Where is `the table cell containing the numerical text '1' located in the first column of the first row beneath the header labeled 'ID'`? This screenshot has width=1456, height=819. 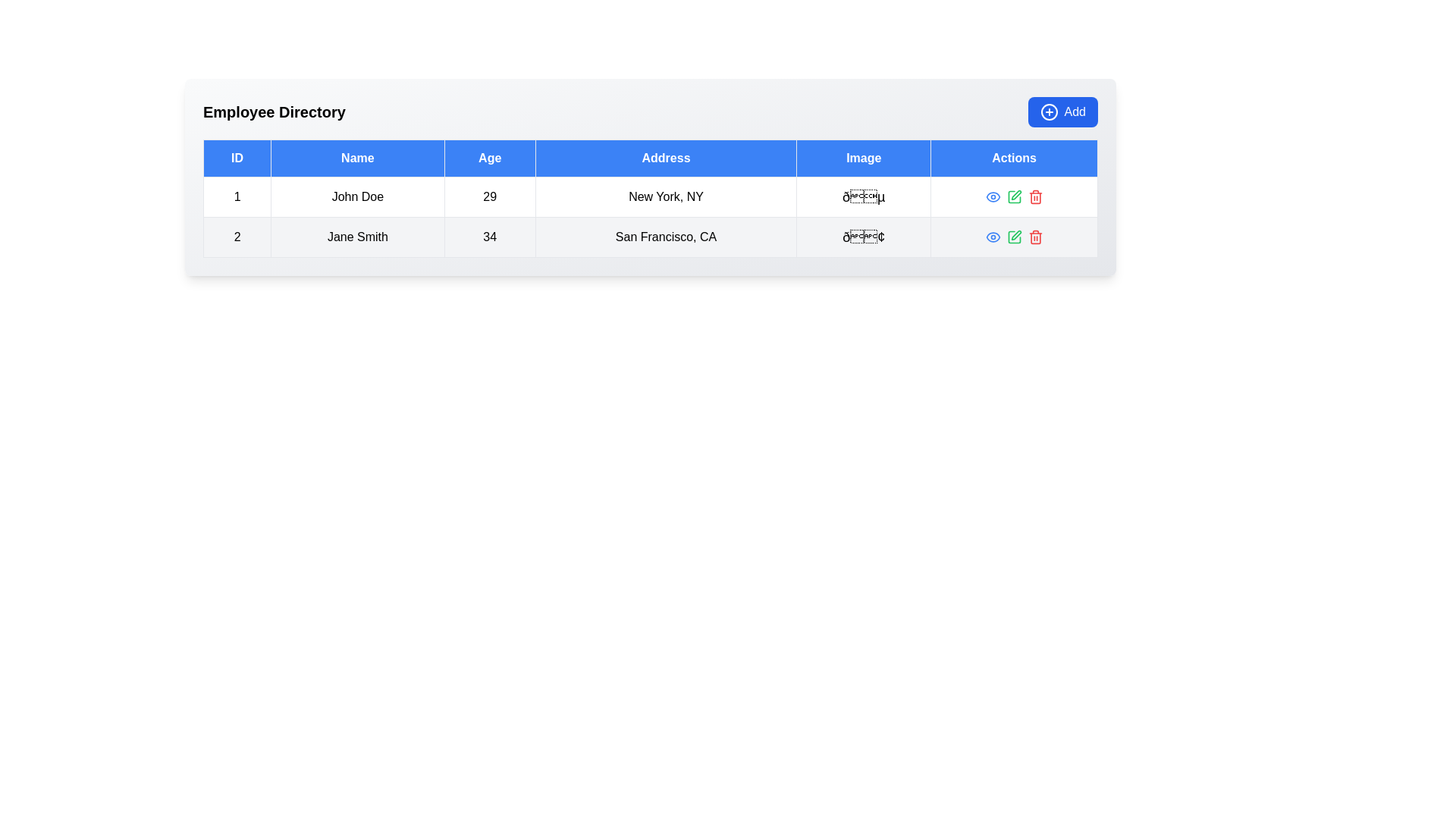 the table cell containing the numerical text '1' located in the first column of the first row beneath the header labeled 'ID' is located at coordinates (237, 196).